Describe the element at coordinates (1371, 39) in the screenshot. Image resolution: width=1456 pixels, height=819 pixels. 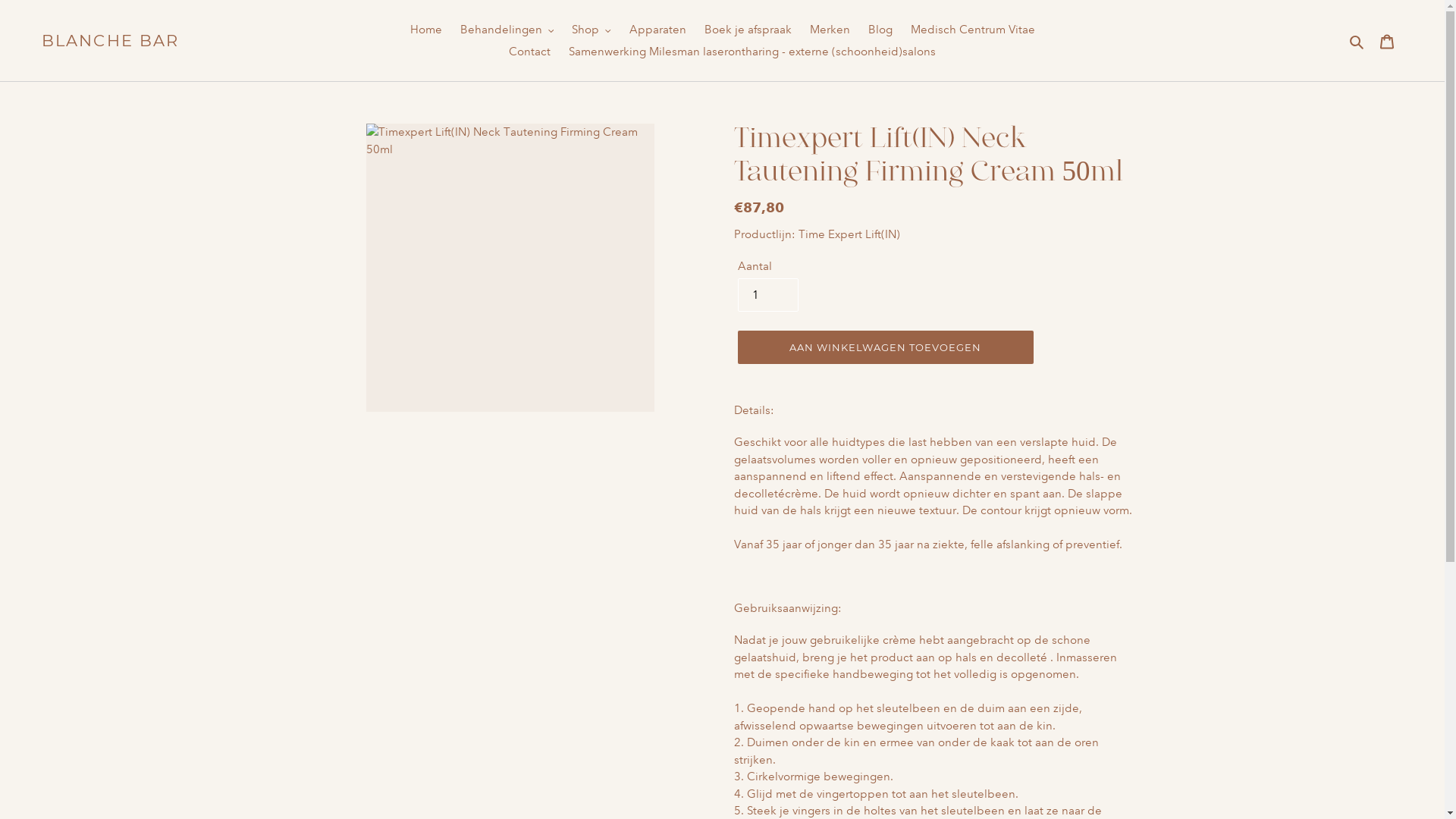
I see `'Winkelwagen'` at that location.